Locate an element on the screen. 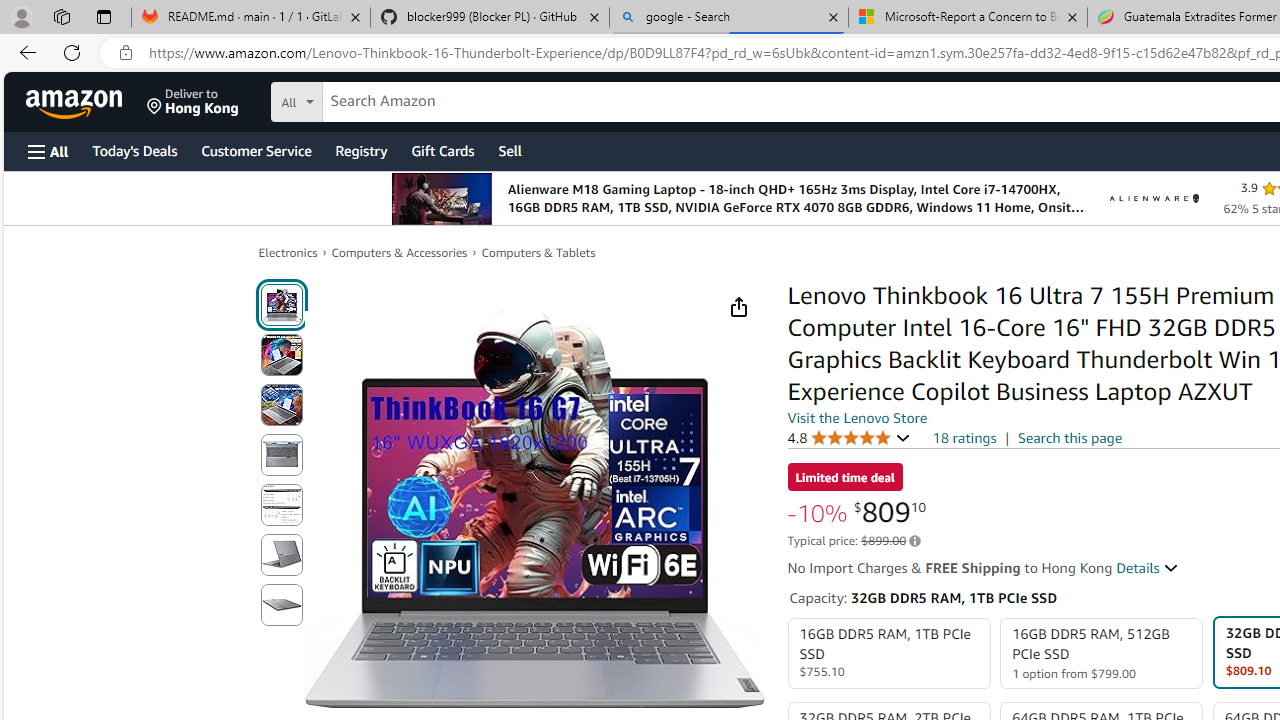 The image size is (1280, 720). 'Amazon' is located at coordinates (76, 101).